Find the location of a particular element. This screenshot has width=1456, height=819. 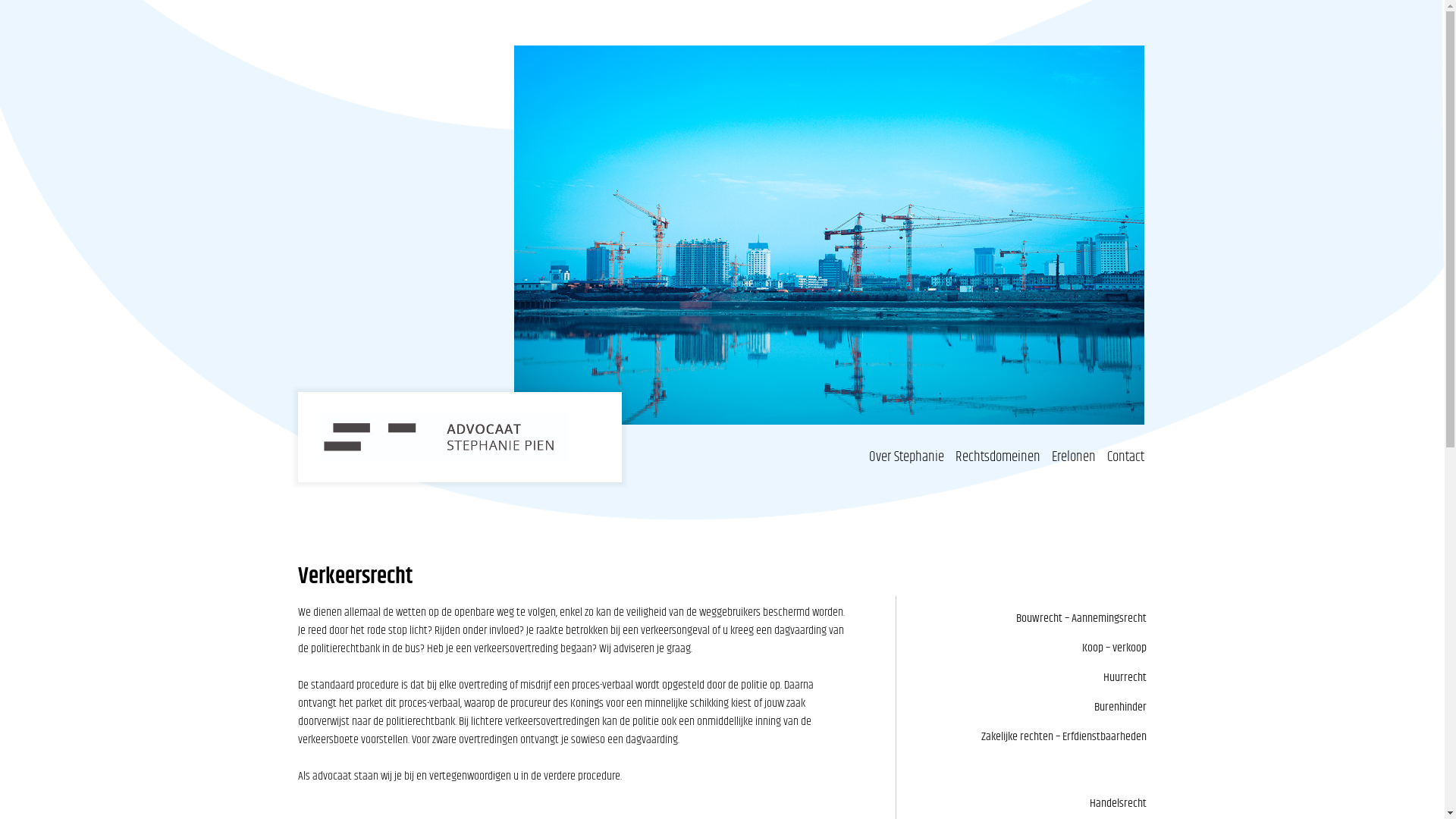

'Erelonen' is located at coordinates (1073, 456).